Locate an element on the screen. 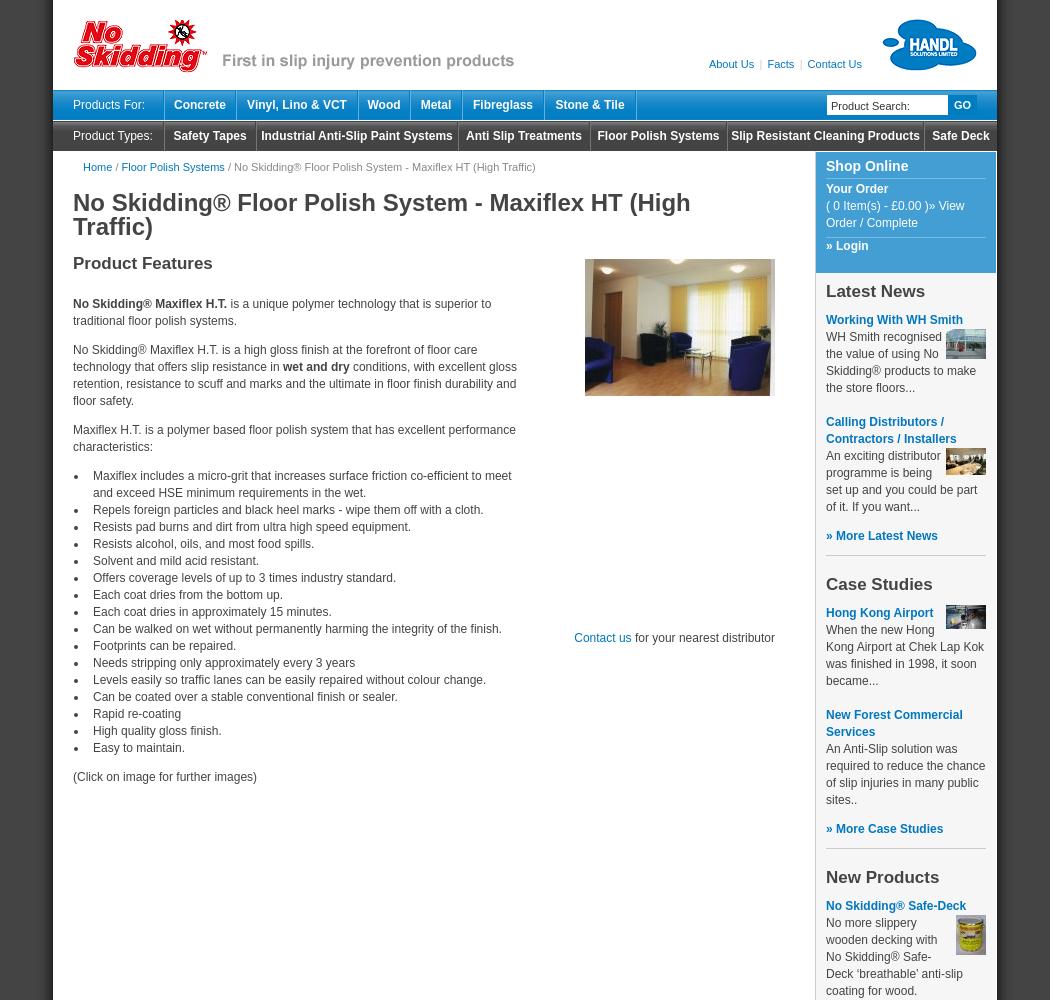 This screenshot has width=1050, height=1000. '» More Latest News' is located at coordinates (881, 536).